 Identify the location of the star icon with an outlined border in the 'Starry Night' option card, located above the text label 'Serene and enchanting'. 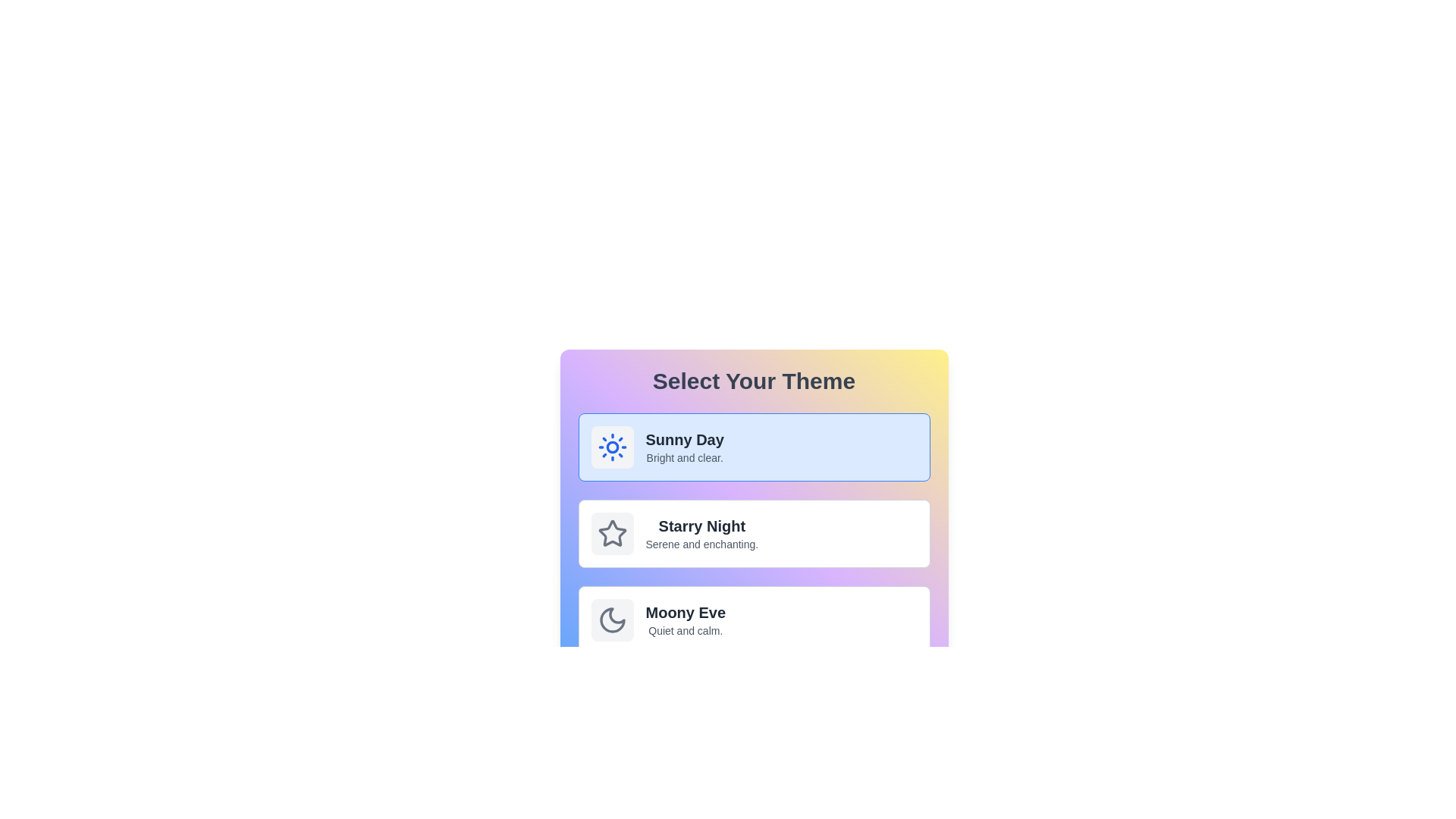
(612, 533).